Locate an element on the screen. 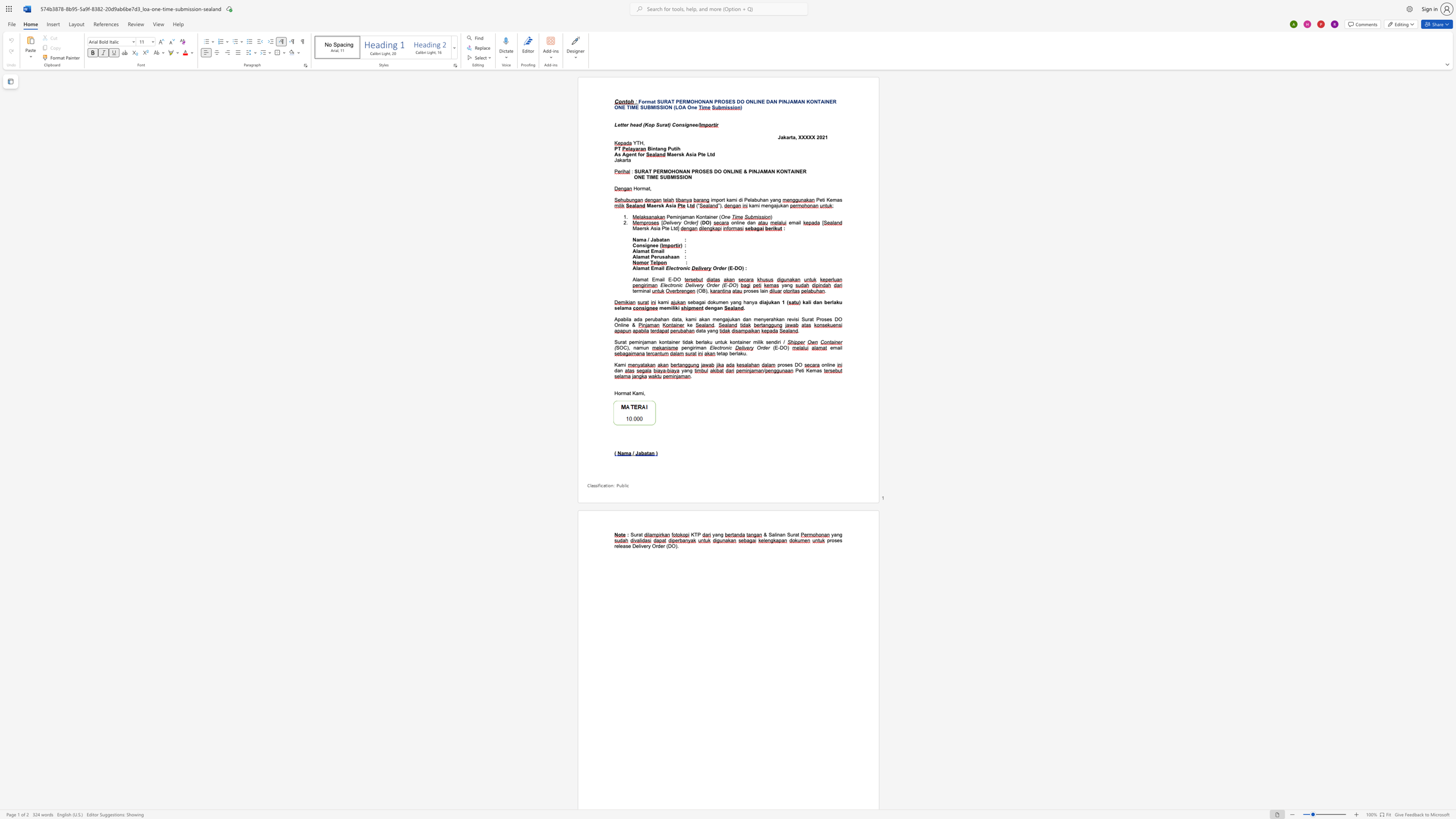 Image resolution: width=1456 pixels, height=819 pixels. the subset text "SSIO" within the text "ONE TIME SUBMISSION" is located at coordinates (676, 177).